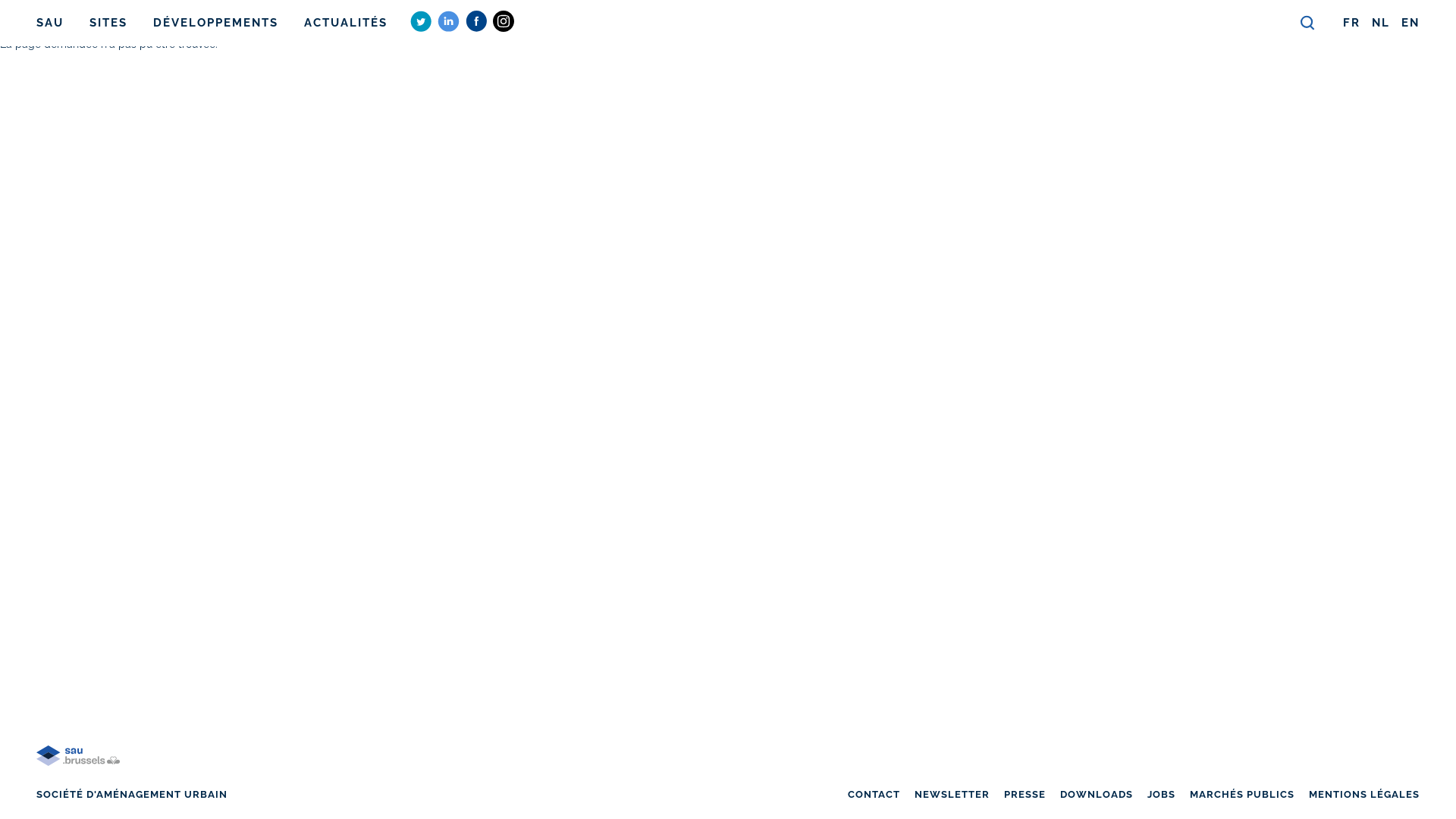 Image resolution: width=1456 pixels, height=819 pixels. I want to click on 'PRESSE', so click(1025, 793).